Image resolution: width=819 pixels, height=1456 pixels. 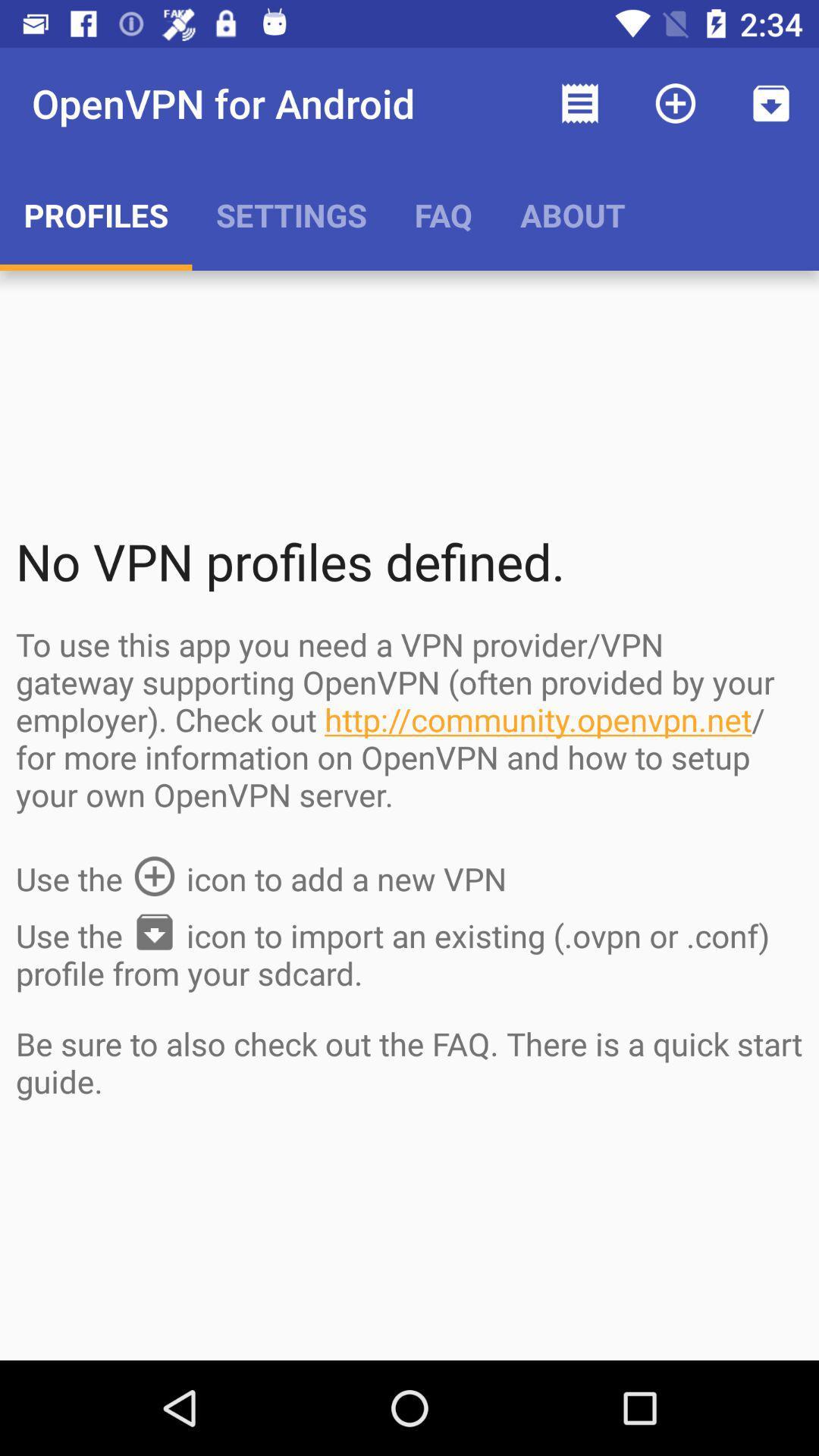 I want to click on item next to faq app, so click(x=573, y=214).